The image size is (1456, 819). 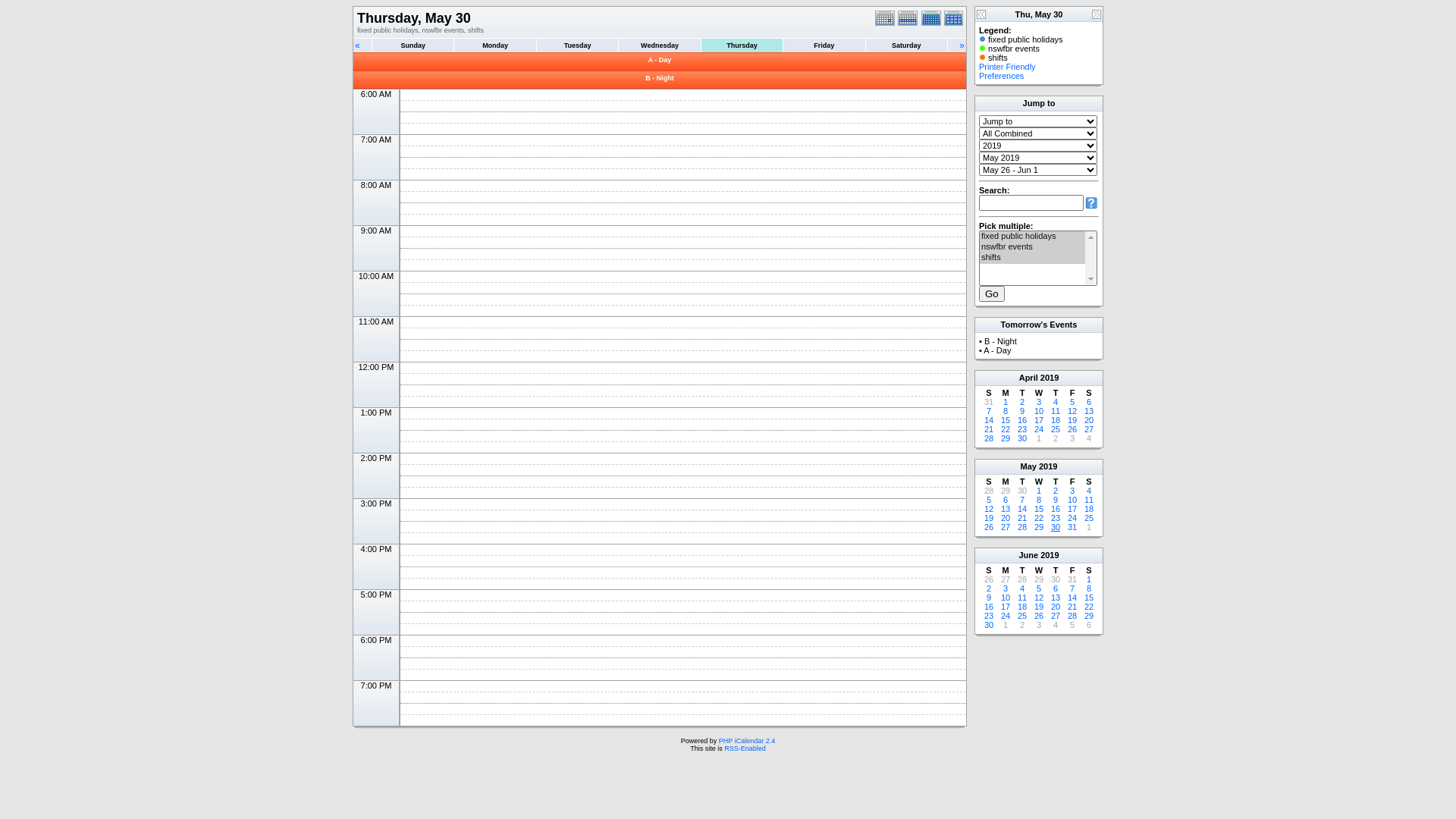 I want to click on 'Go', so click(x=991, y=293).